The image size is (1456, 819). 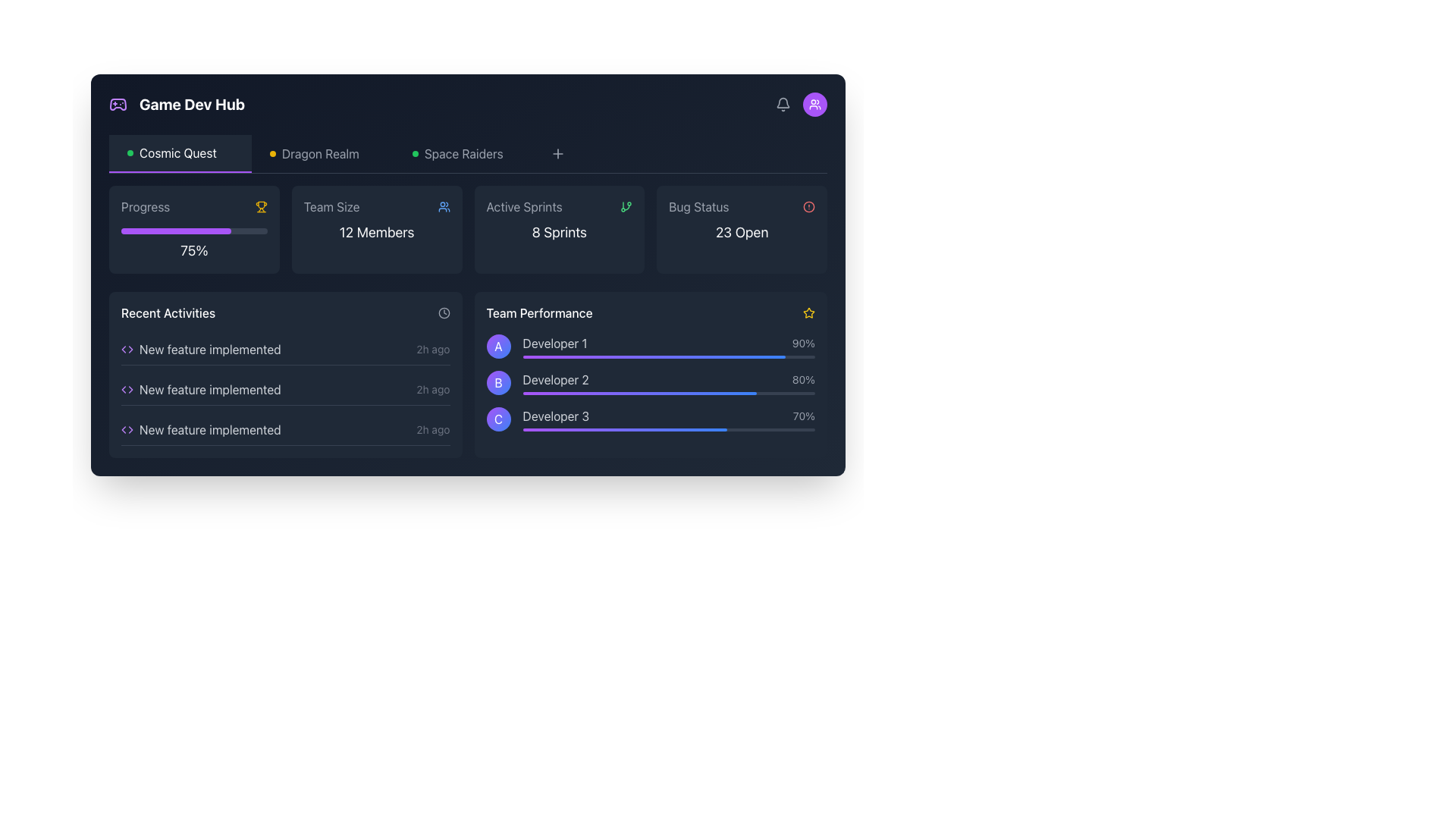 I want to click on the Navigation menu, so click(x=467, y=154).